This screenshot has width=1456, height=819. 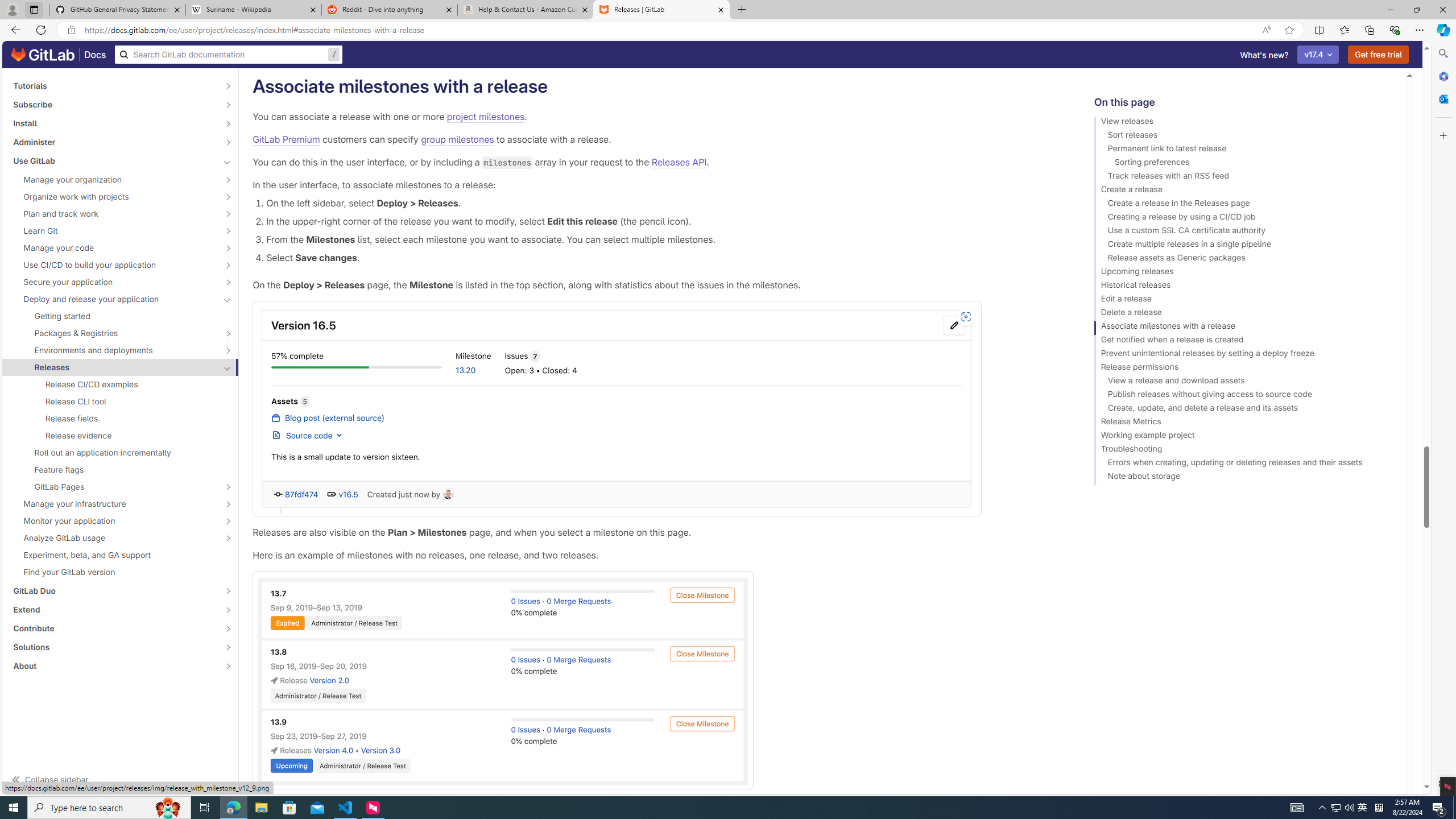 I want to click on 'View a release and download assets', so click(x=1244, y=382).